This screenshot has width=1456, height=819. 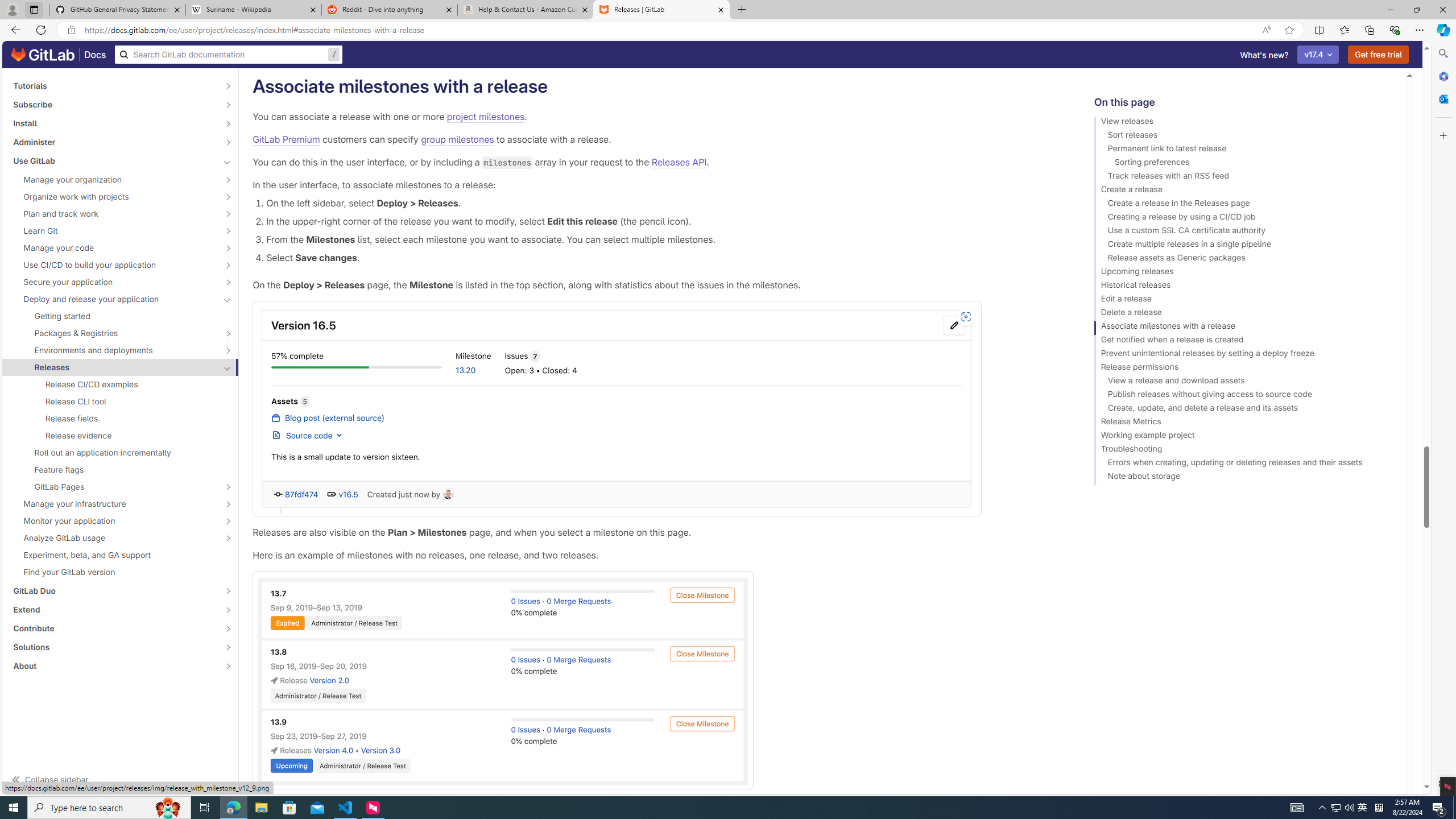 I want to click on 'View a release and download assets', so click(x=1244, y=382).